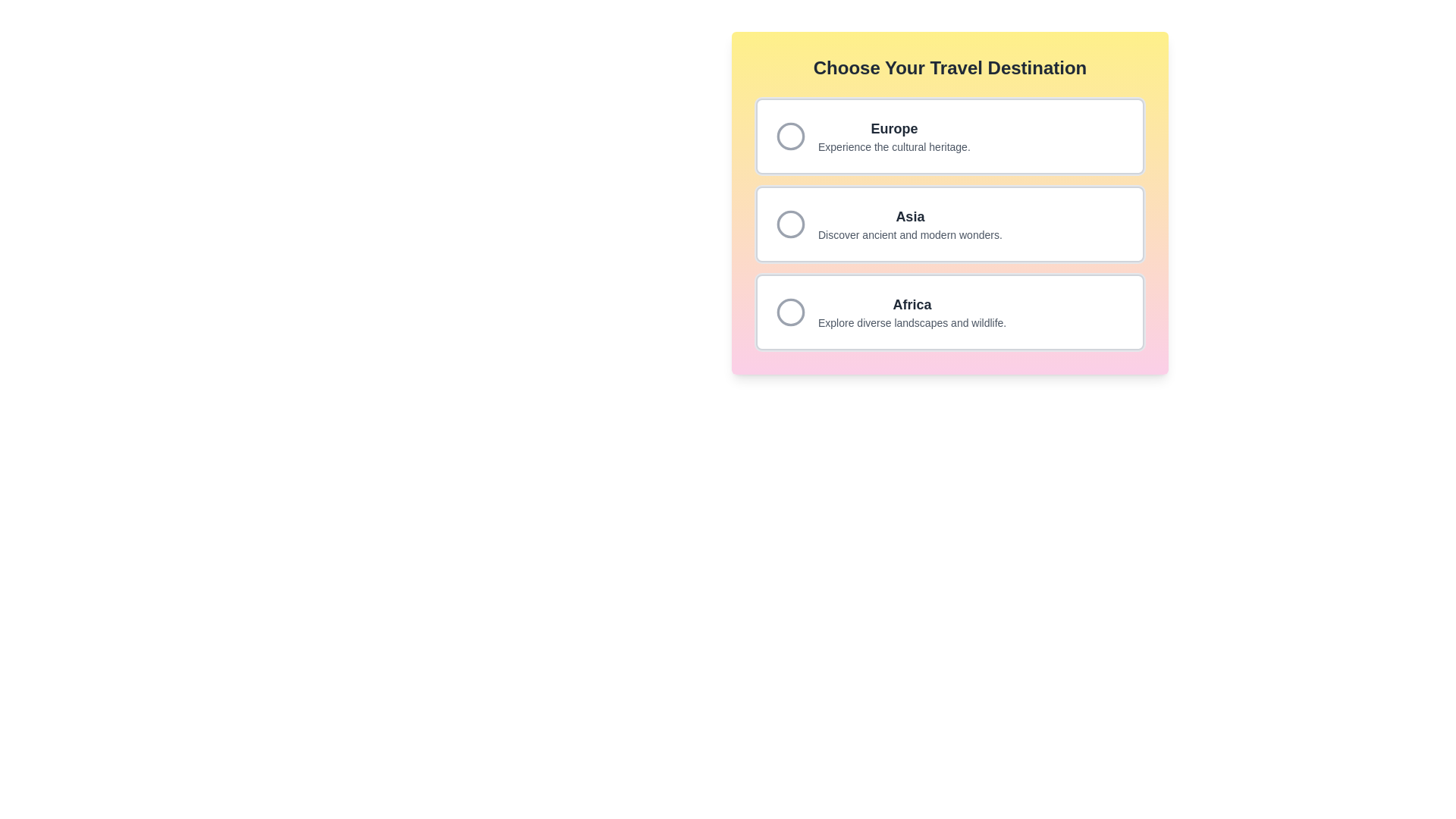 The image size is (1456, 819). What do you see at coordinates (949, 312) in the screenshot?
I see `the radio selection card for 'Africa'` at bounding box center [949, 312].